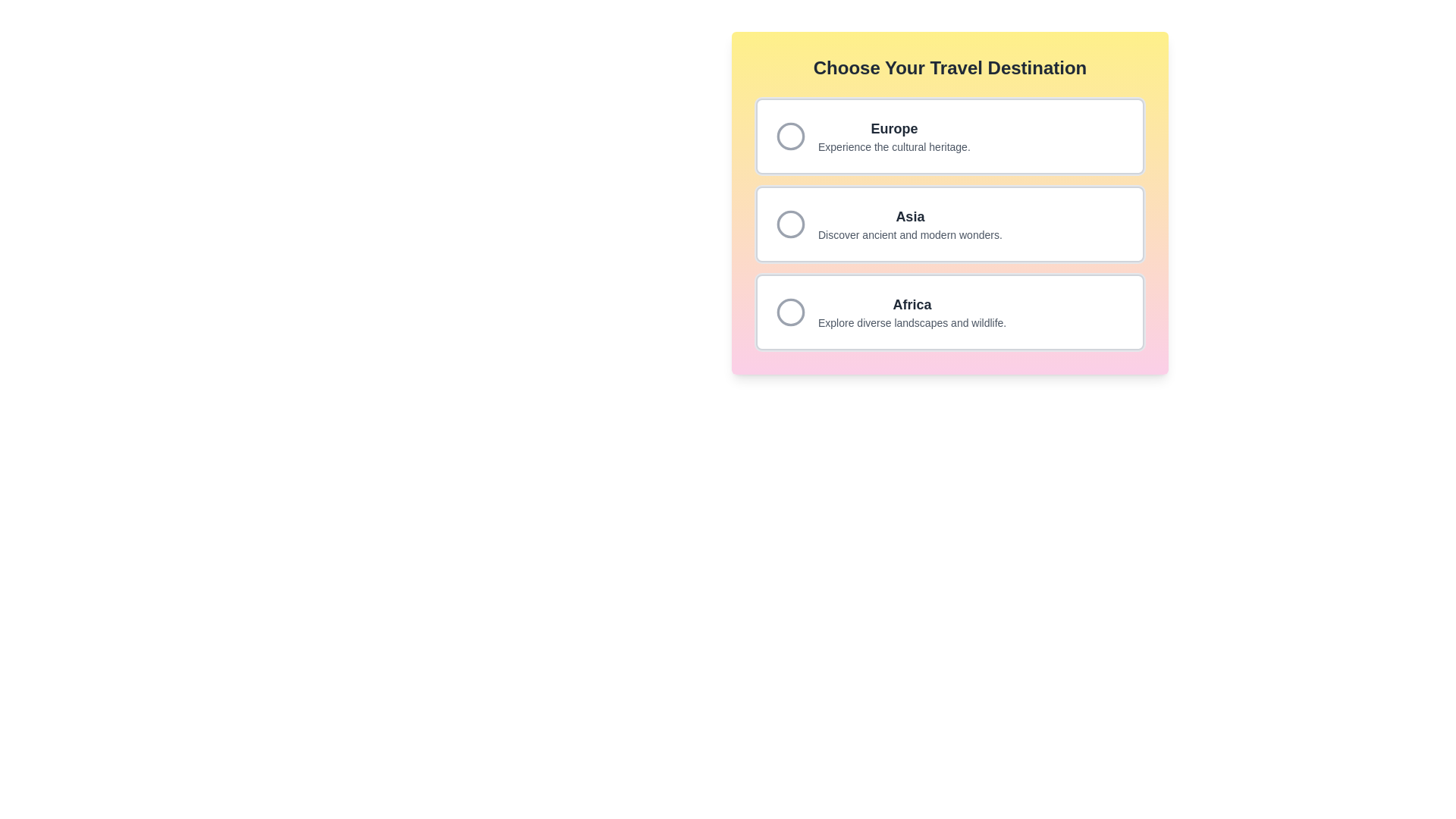 The image size is (1456, 819). What do you see at coordinates (949, 312) in the screenshot?
I see `the radio selection card for 'Africa'` at bounding box center [949, 312].